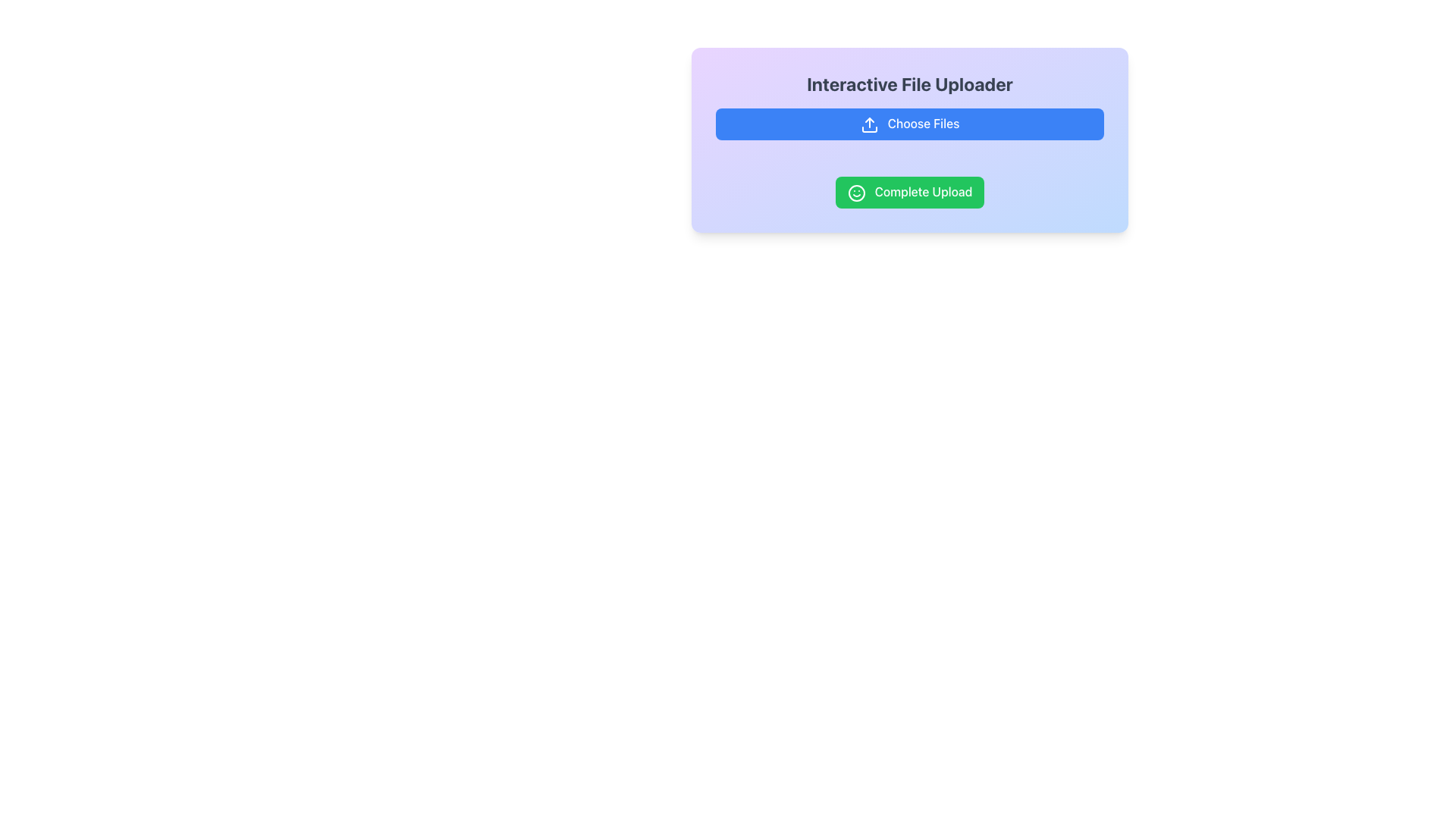  I want to click on the circular decorative icon in the green 'Complete Upload' button, which is located to the left of the button's label, so click(856, 192).